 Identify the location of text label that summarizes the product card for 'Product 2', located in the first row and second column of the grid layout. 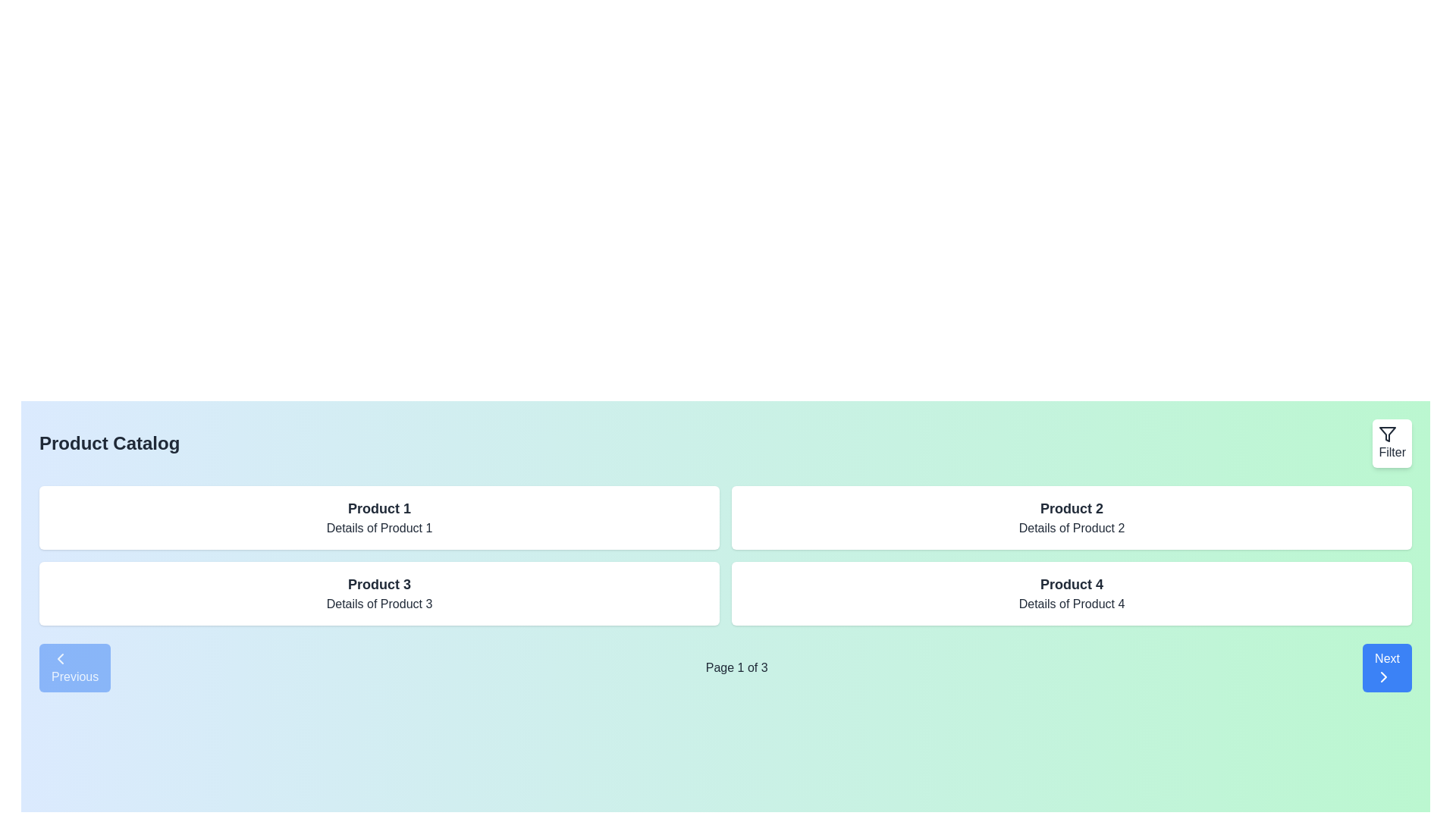
(1071, 509).